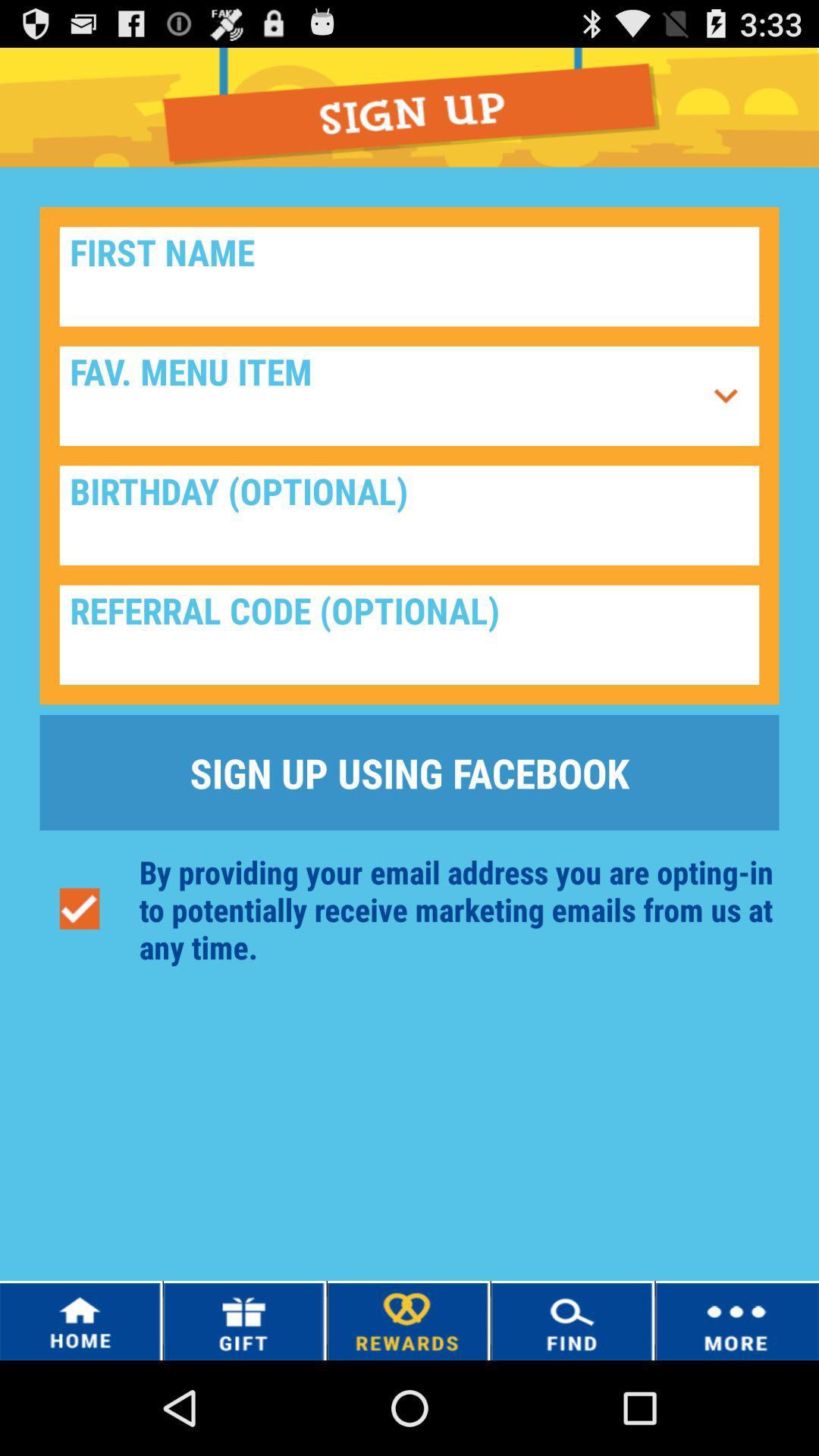 The height and width of the screenshot is (1456, 819). I want to click on referral code, so click(409, 635).